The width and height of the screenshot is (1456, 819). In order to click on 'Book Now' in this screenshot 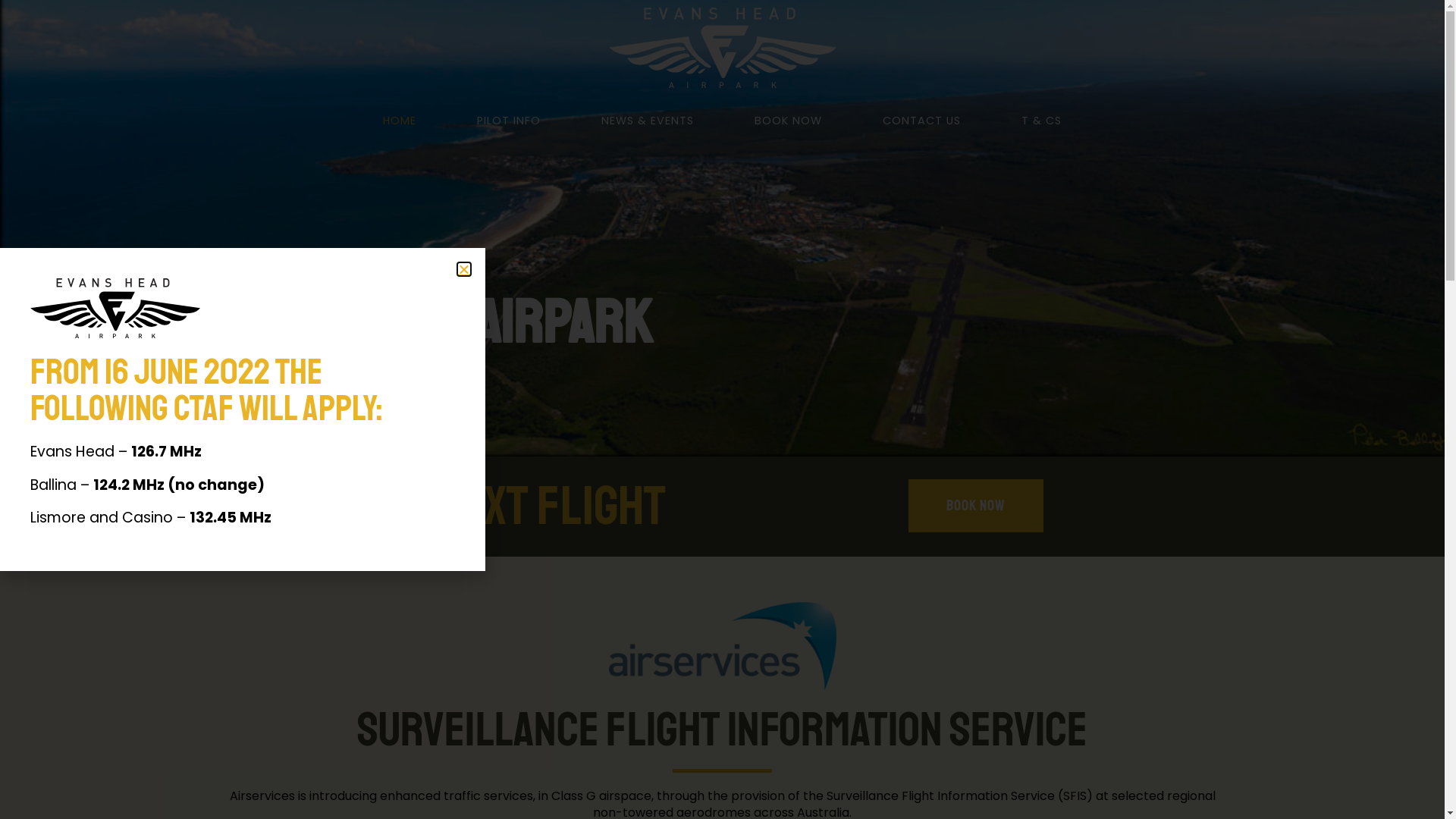, I will do `click(975, 506)`.